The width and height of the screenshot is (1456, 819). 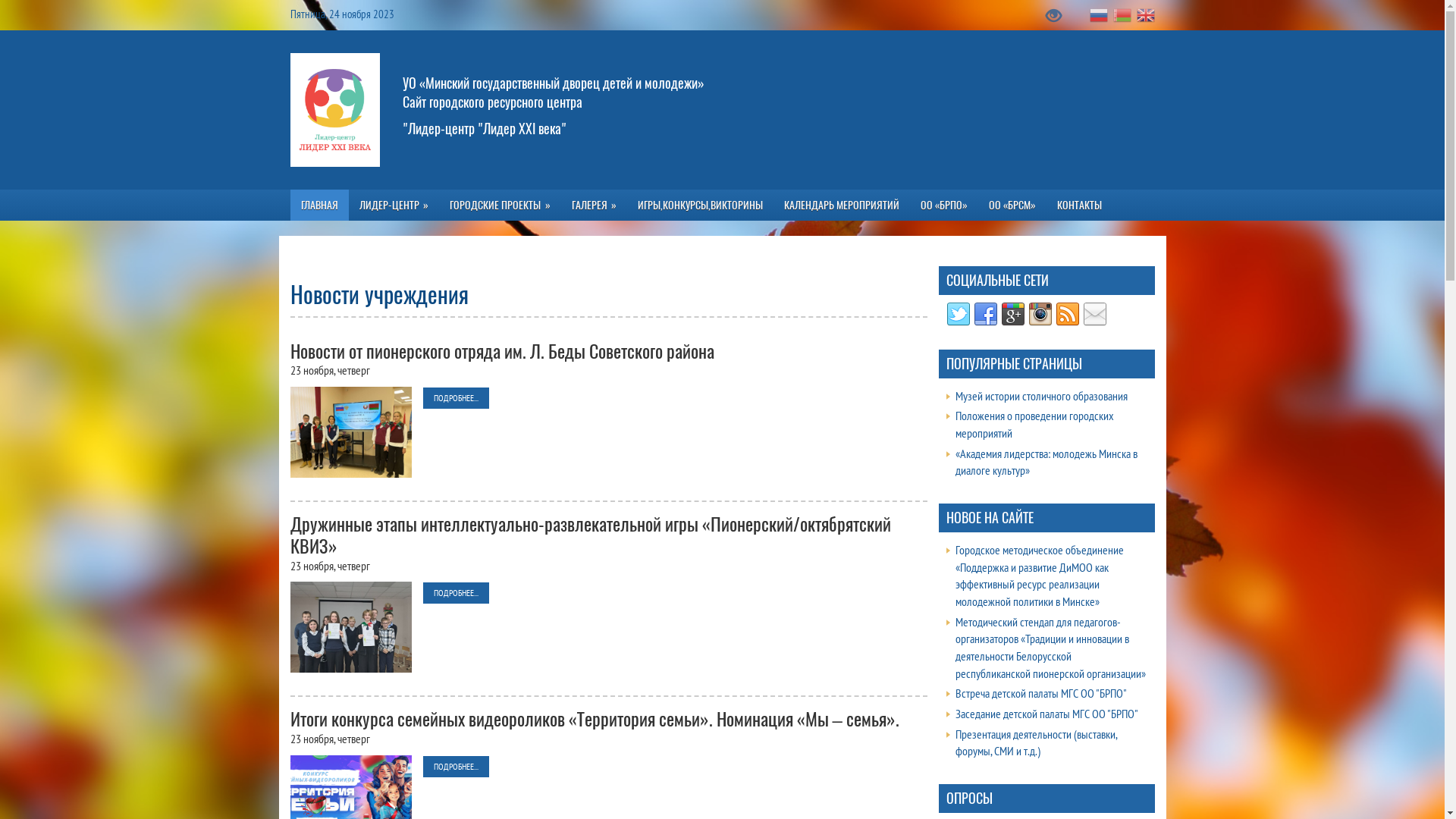 What do you see at coordinates (986, 312) in the screenshot?
I see `'Facebook'` at bounding box center [986, 312].